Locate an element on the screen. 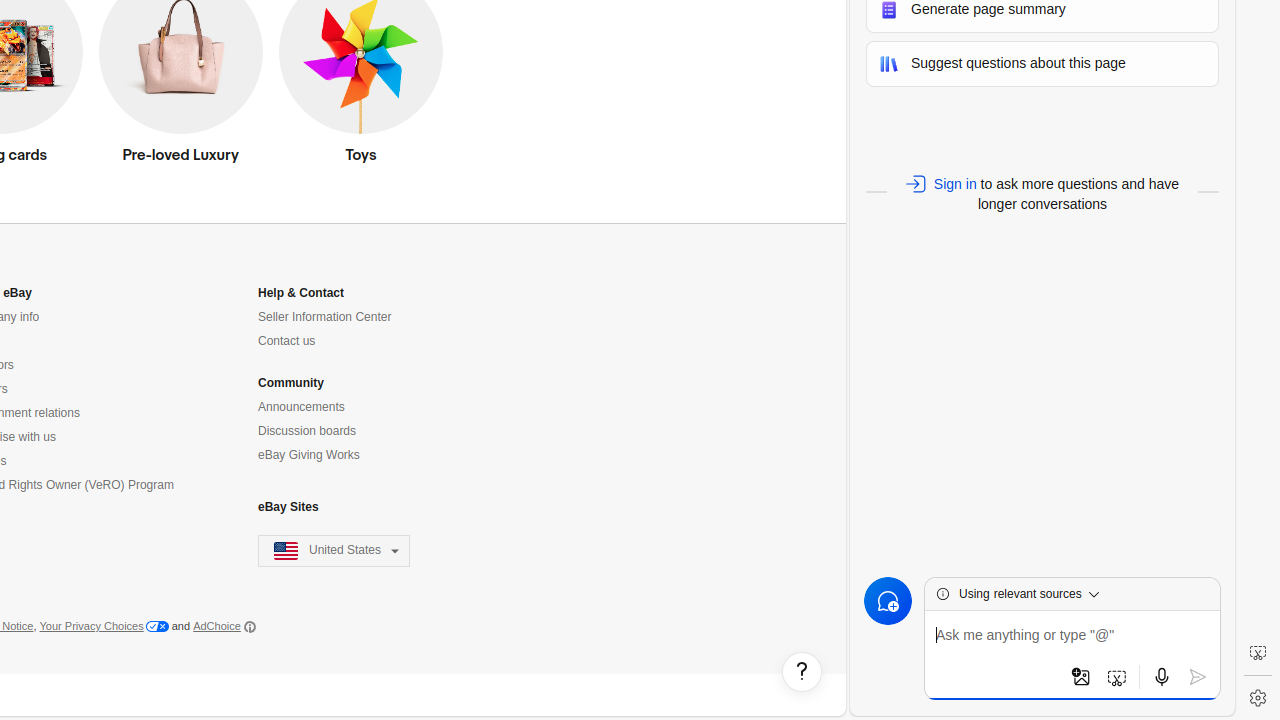 This screenshot has width=1280, height=720. 'Use microphone' is located at coordinates (1161, 676).